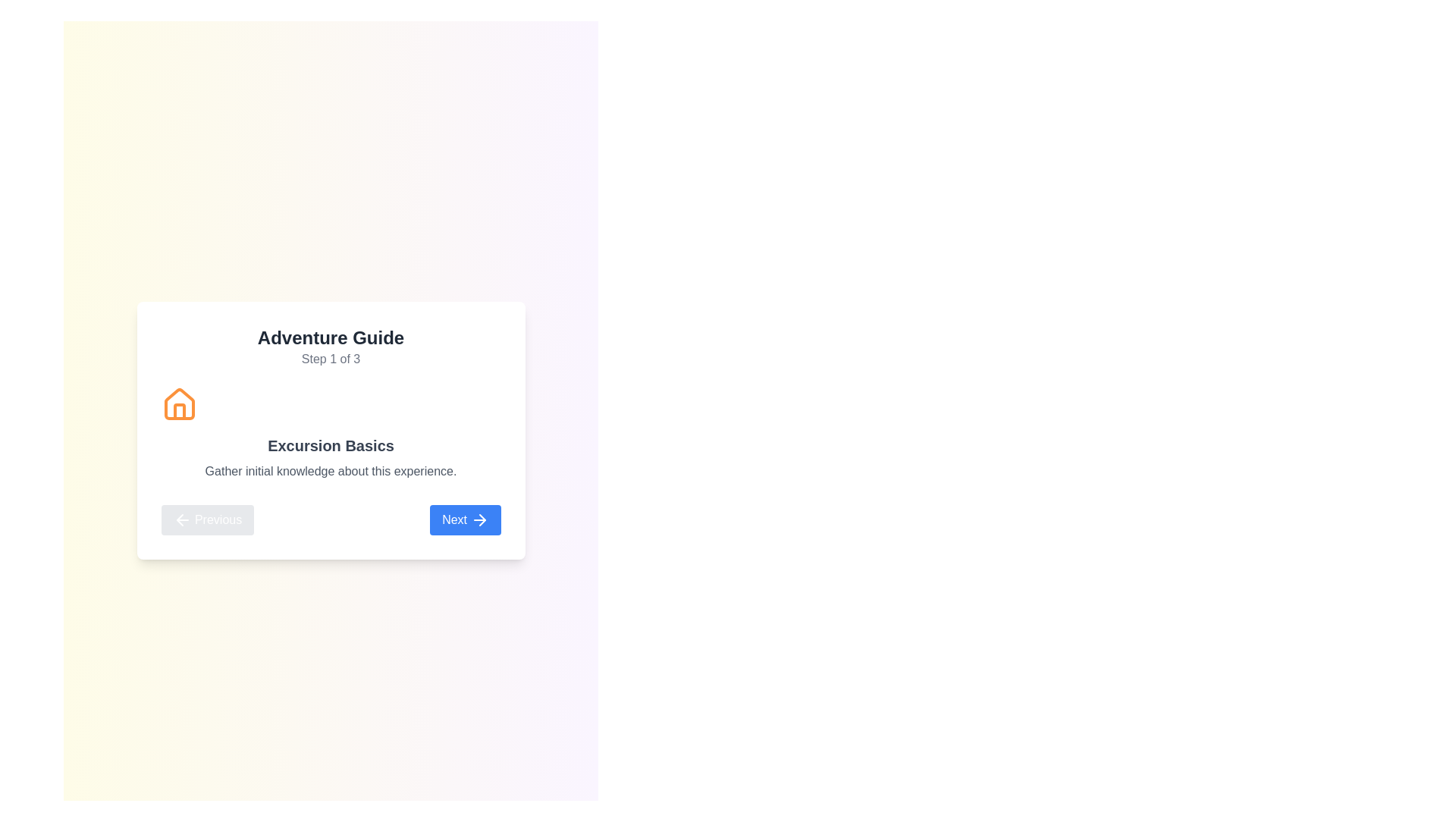 The height and width of the screenshot is (819, 1456). What do you see at coordinates (464, 519) in the screenshot?
I see `the 'Next' button, which has white text on a blue background with rounded corners and an arrow icon, located at the bottom-right of a card layout` at bounding box center [464, 519].